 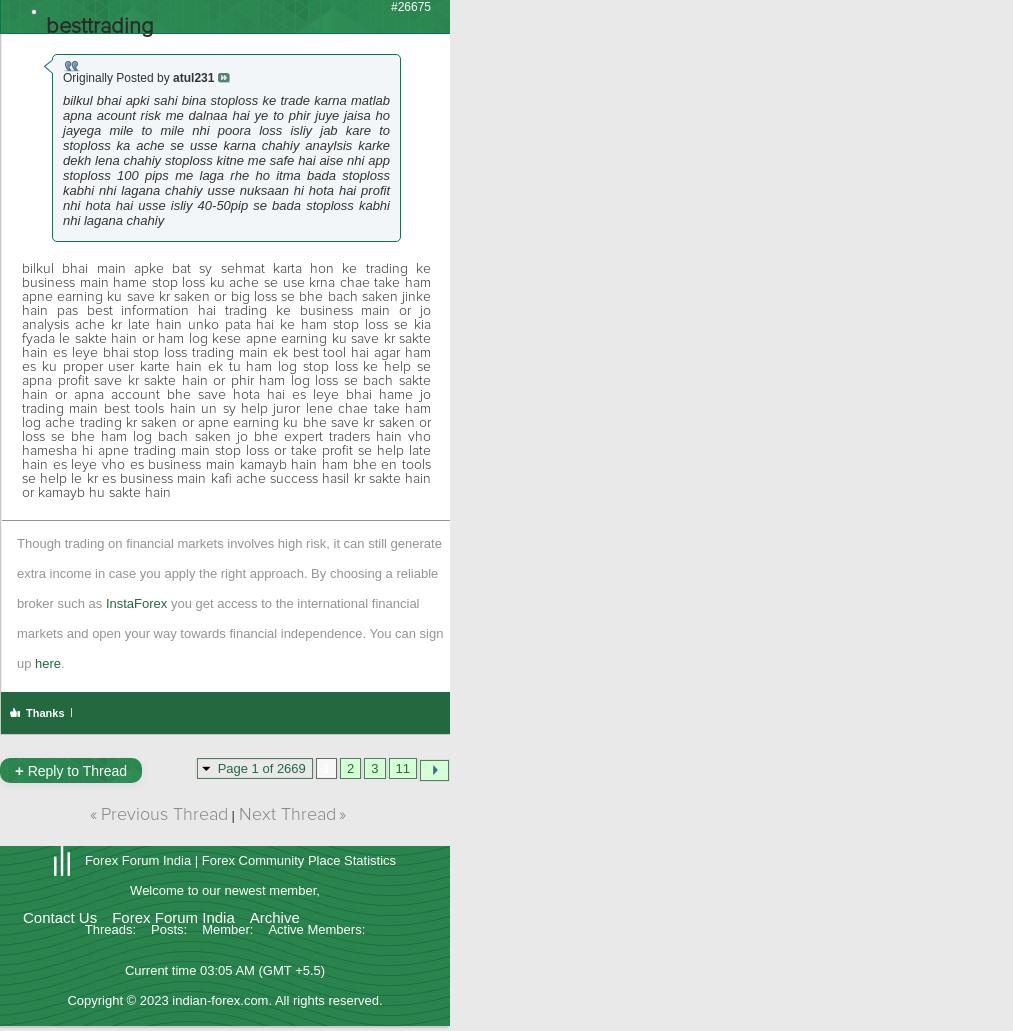 What do you see at coordinates (236, 814) in the screenshot?
I see `'Next Thread'` at bounding box center [236, 814].